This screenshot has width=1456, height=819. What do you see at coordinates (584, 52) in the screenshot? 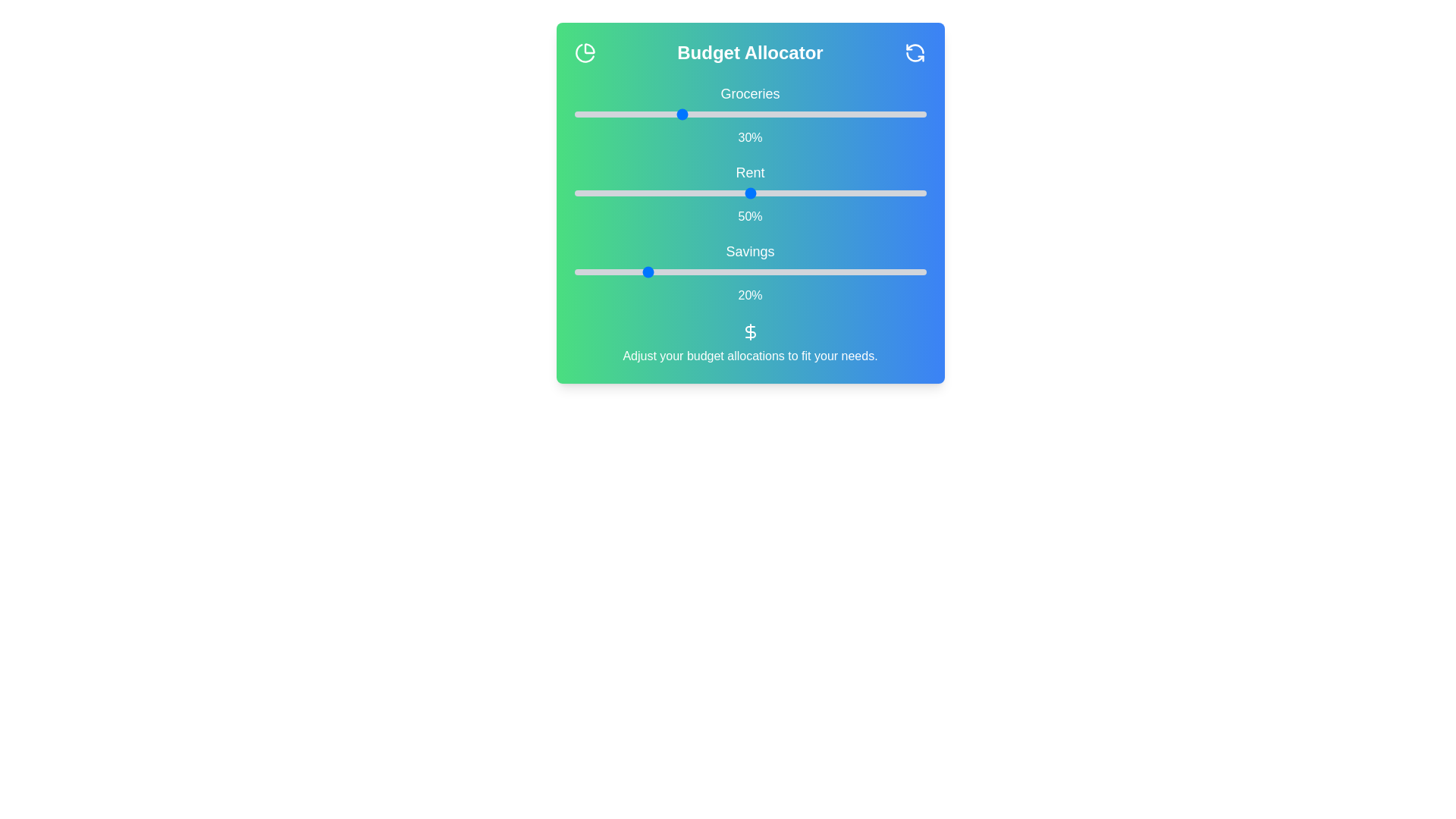
I see `the pie_chart icon to perform its associated action` at bounding box center [584, 52].